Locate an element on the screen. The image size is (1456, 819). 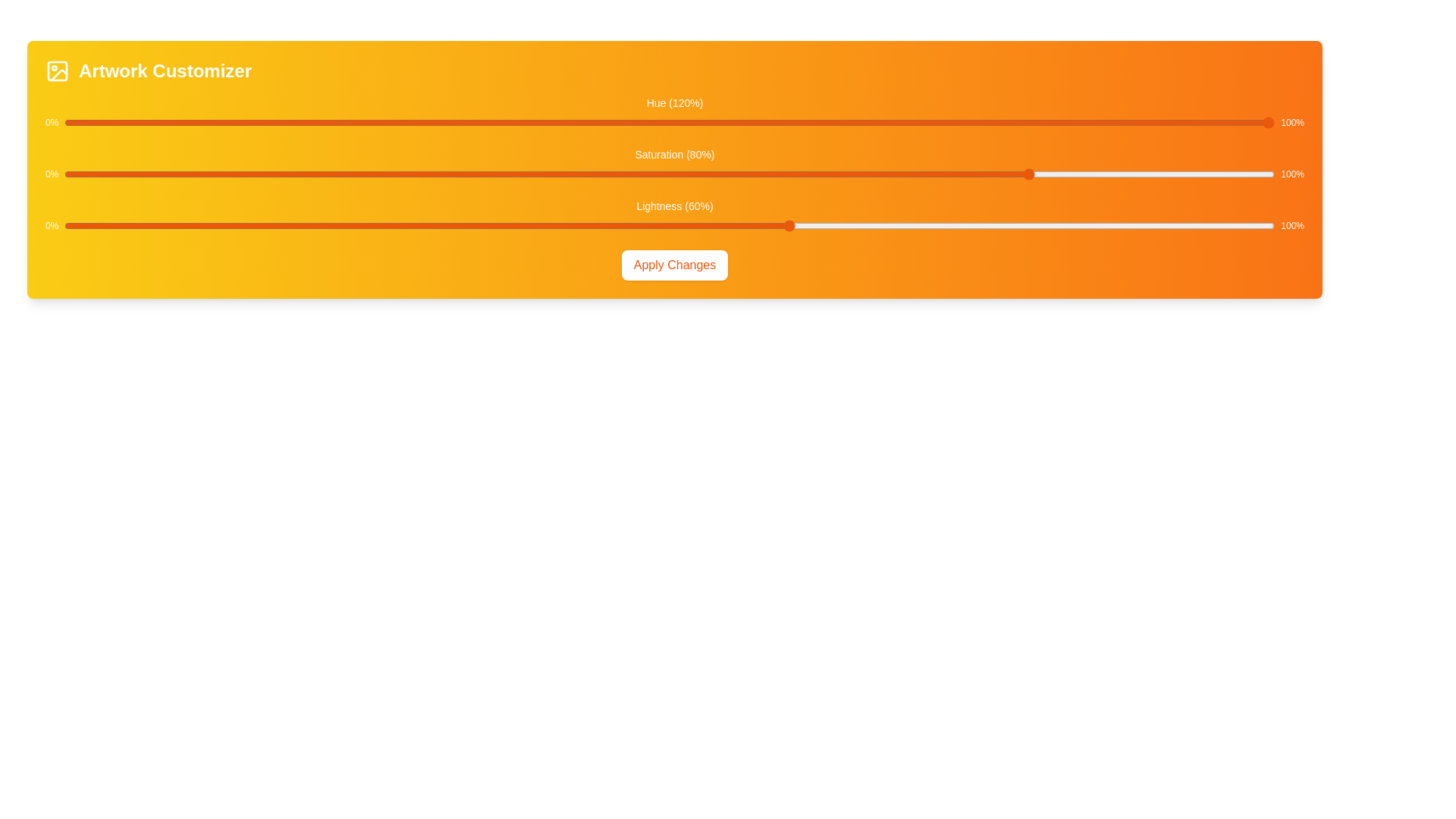
the lightness slider to 59% is located at coordinates (779, 225).